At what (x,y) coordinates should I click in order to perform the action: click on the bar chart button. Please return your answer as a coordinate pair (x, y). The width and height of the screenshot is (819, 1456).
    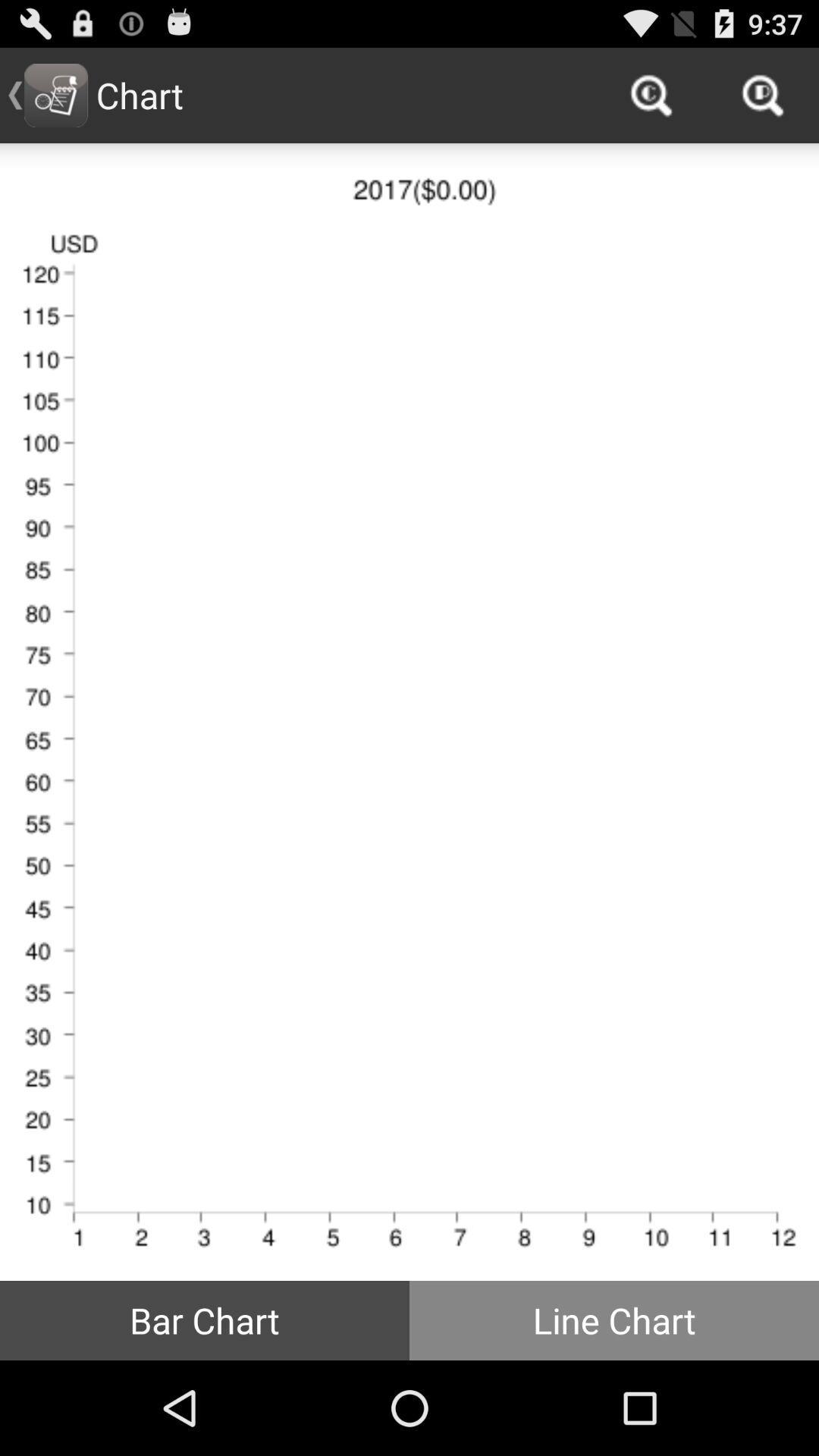
    Looking at the image, I should click on (205, 1319).